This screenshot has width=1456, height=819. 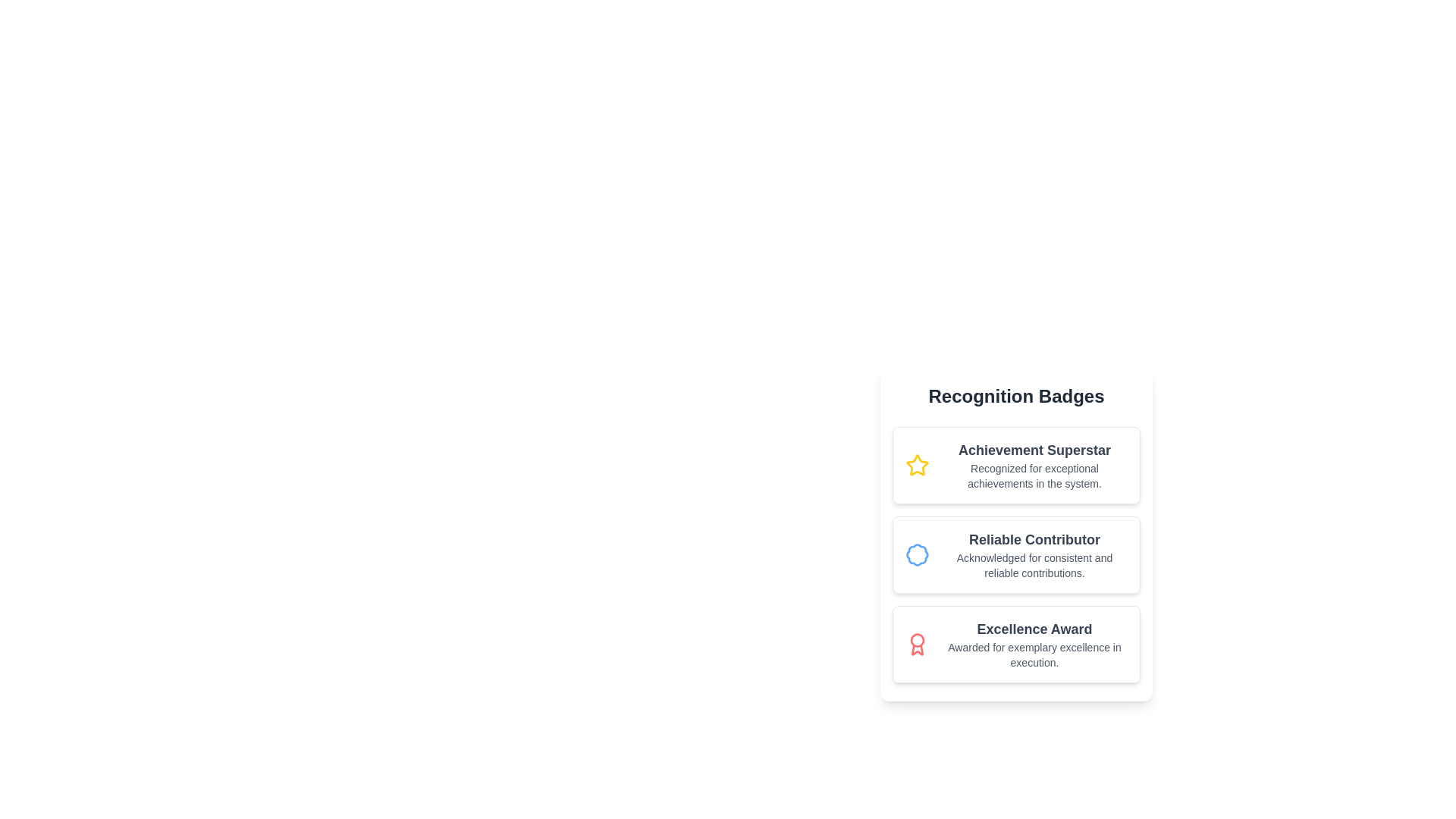 What do you see at coordinates (1034, 654) in the screenshot?
I see `the descriptive text element located below the title 'Excellence Award' in the bottom-right corner of the interface` at bounding box center [1034, 654].